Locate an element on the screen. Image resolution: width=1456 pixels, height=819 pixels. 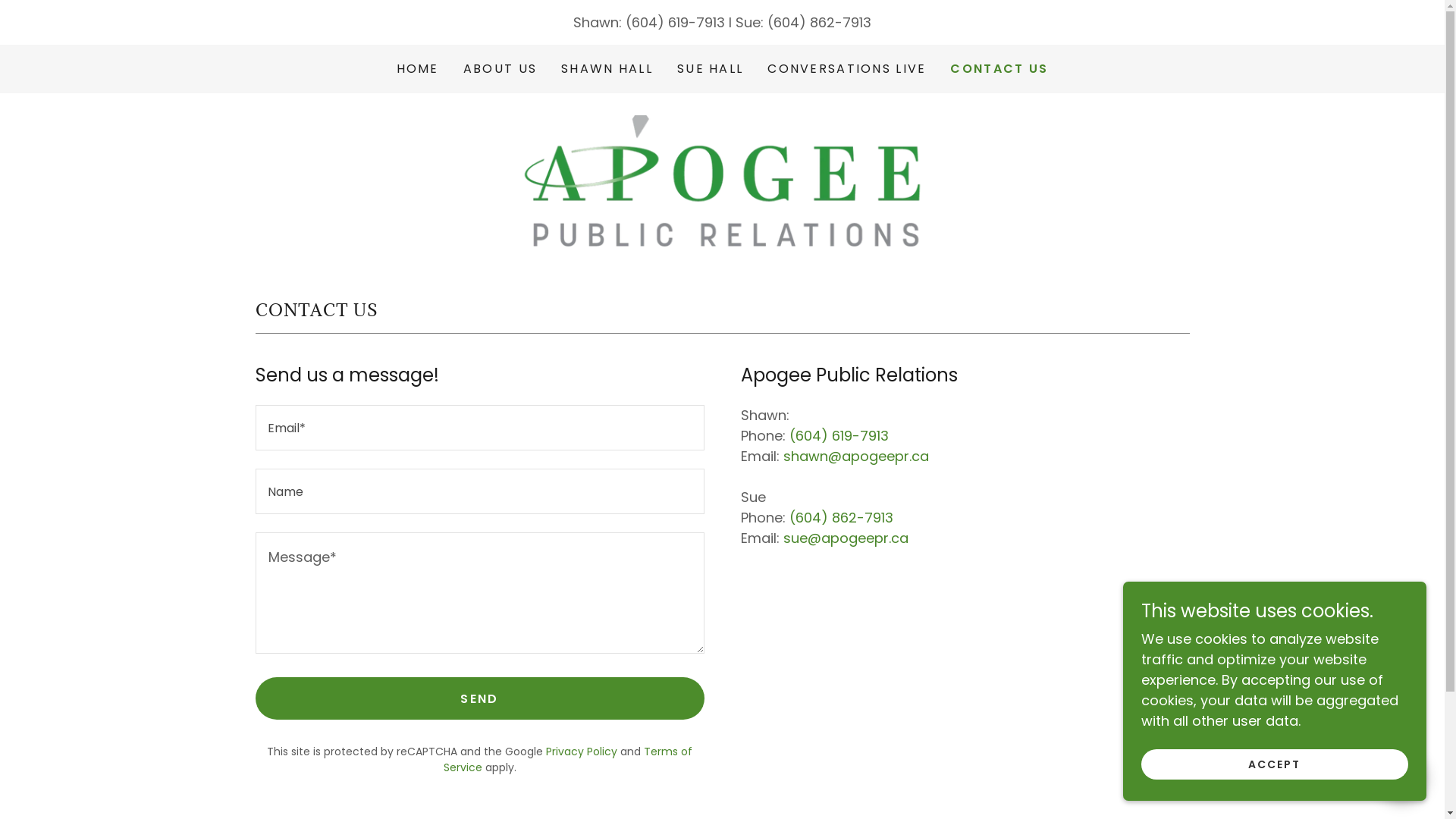
'sue@apogeepr.ca' is located at coordinates (844, 537).